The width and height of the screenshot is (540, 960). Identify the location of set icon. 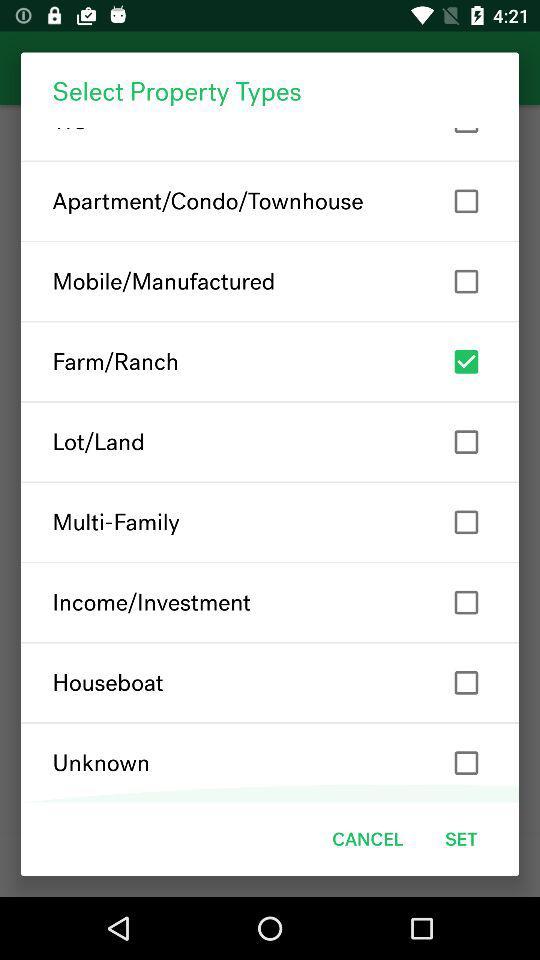
(461, 839).